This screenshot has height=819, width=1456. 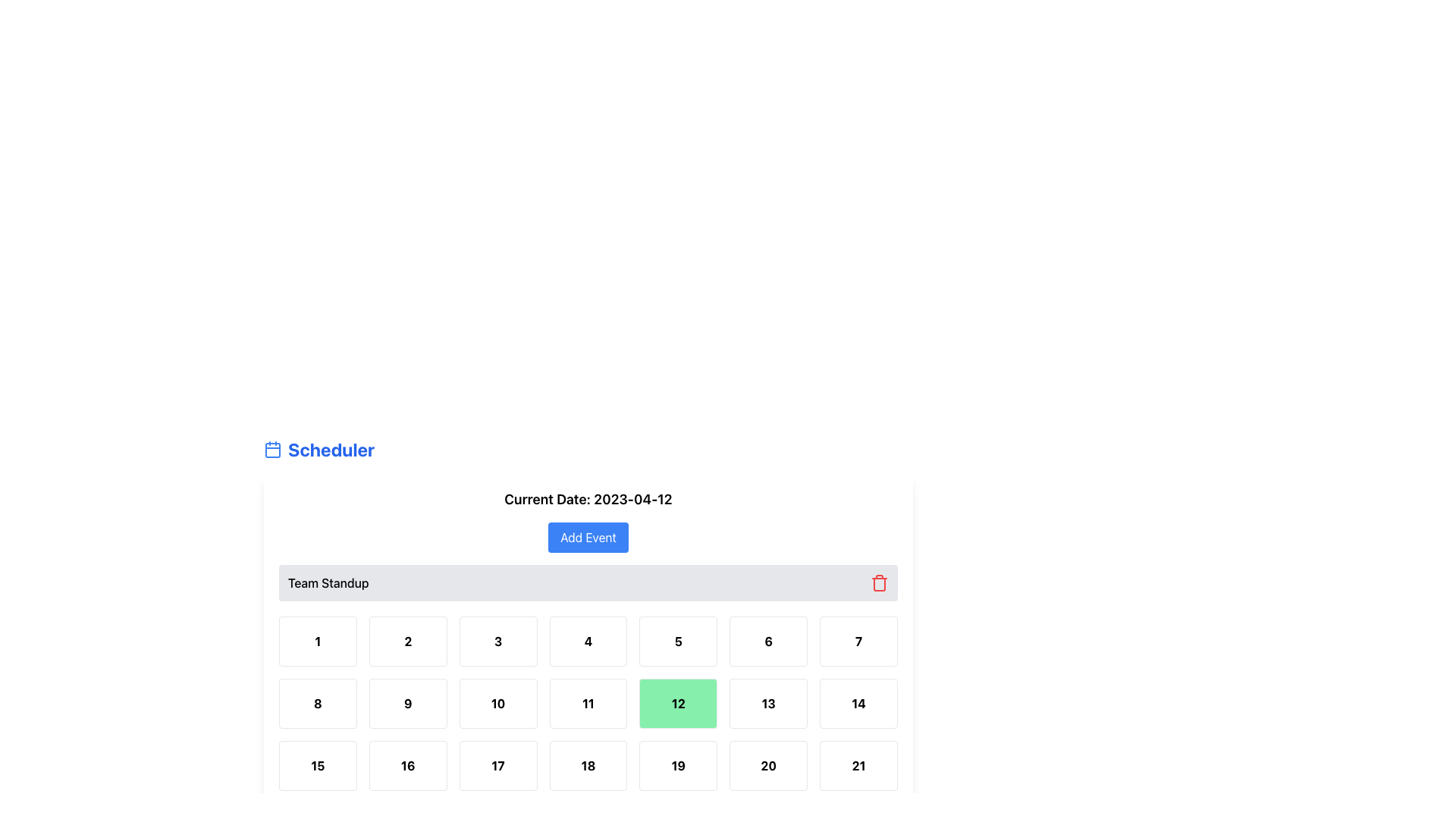 I want to click on the grid item button located in the third row, second column of the 'Team Standup' section, so click(x=407, y=766).